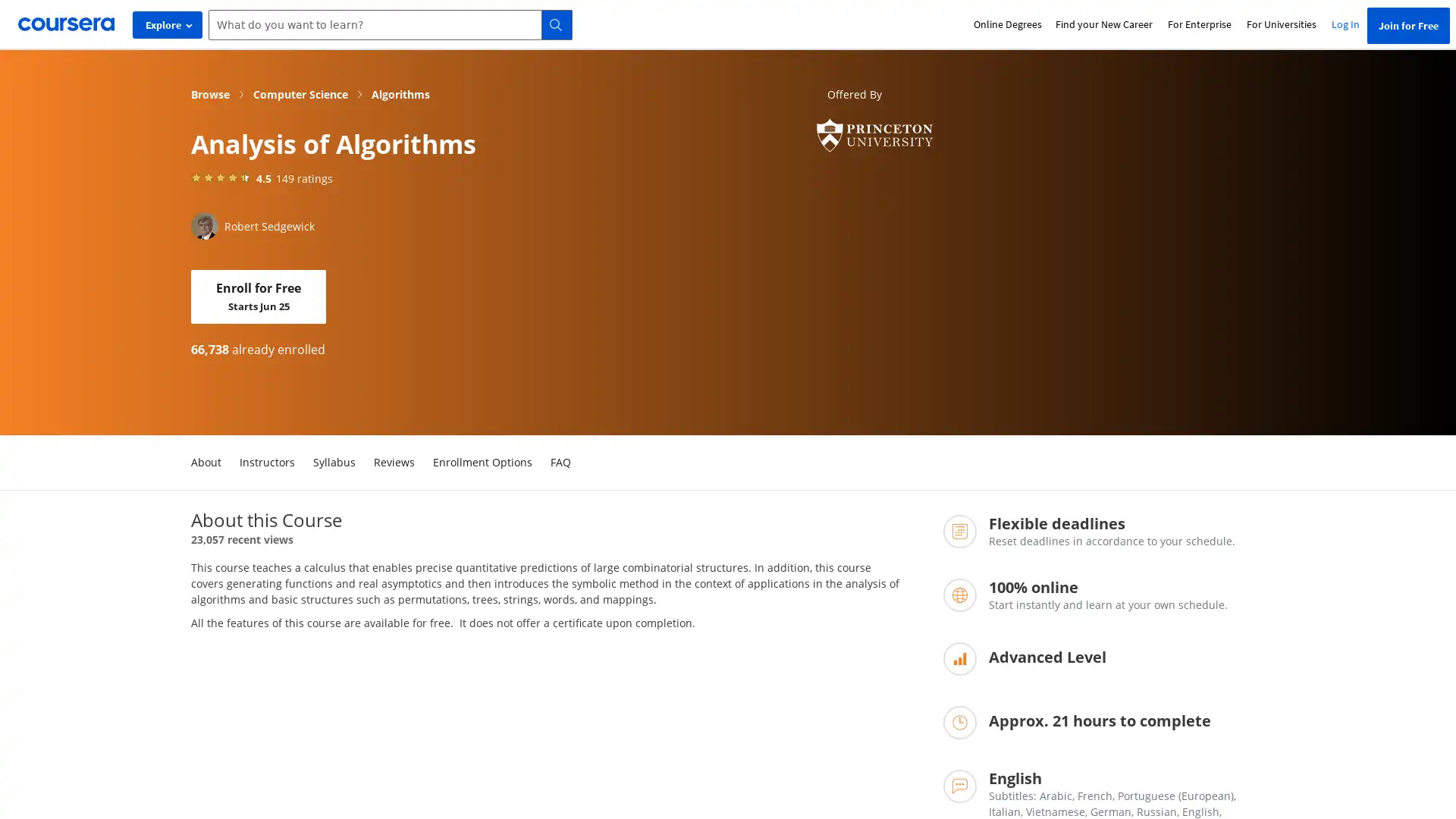 This screenshot has width=1456, height=819. Describe the element at coordinates (258, 297) in the screenshot. I see `Enroll for Free Starts Jun 25` at that location.